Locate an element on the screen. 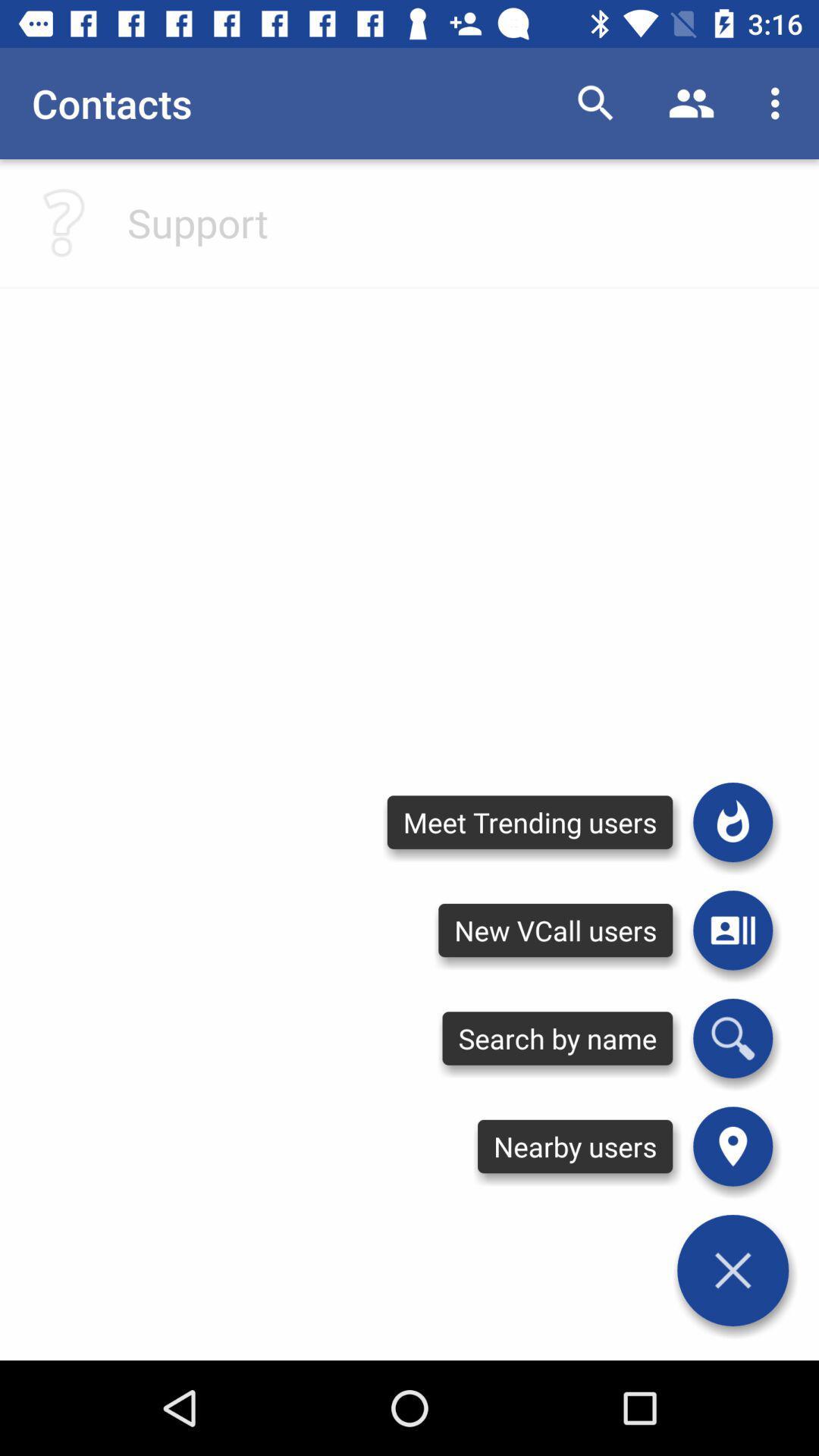 This screenshot has width=819, height=1456. the meet trending users icon is located at coordinates (529, 821).